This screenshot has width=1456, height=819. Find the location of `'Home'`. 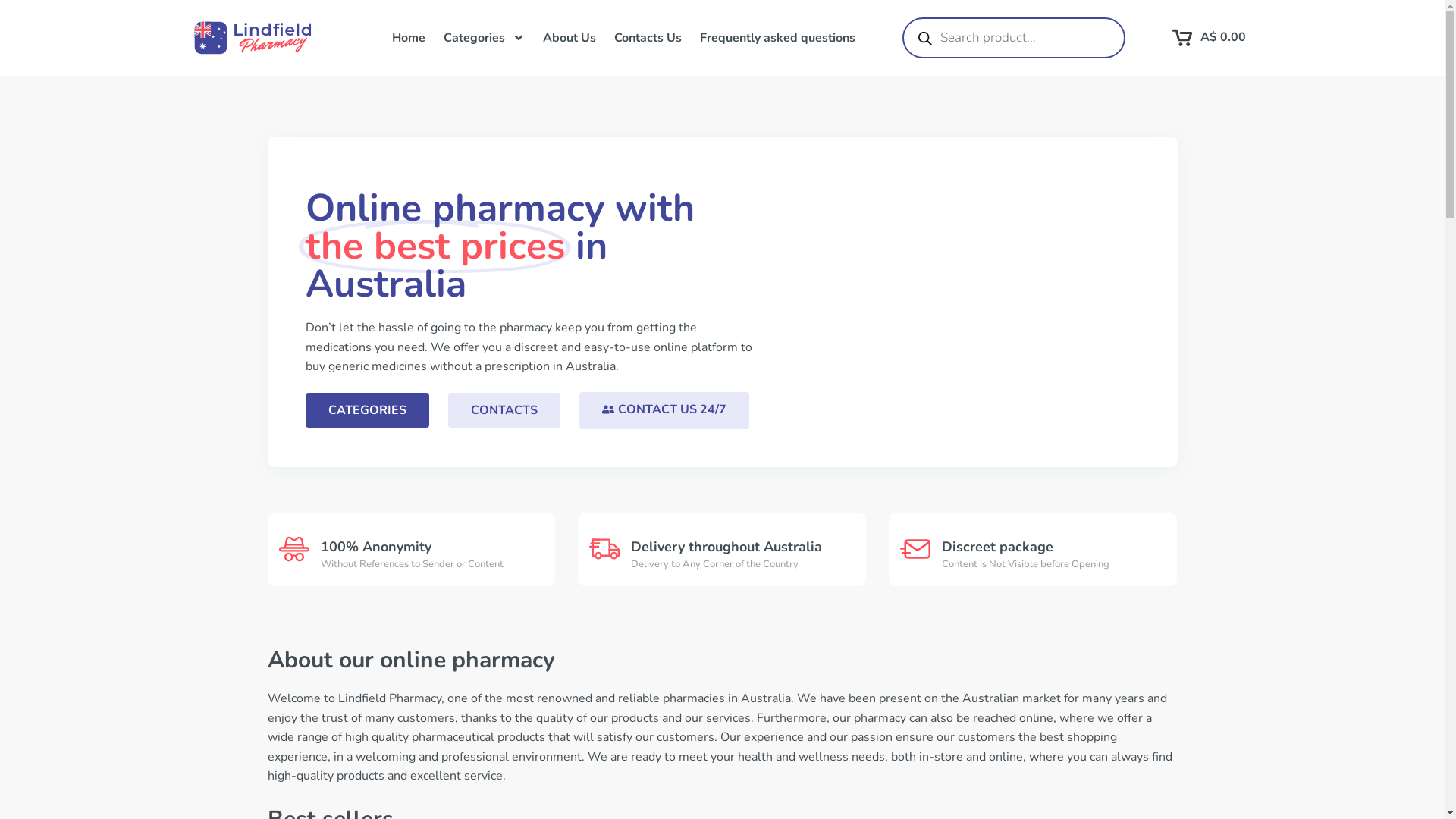

'Home' is located at coordinates (382, 37).